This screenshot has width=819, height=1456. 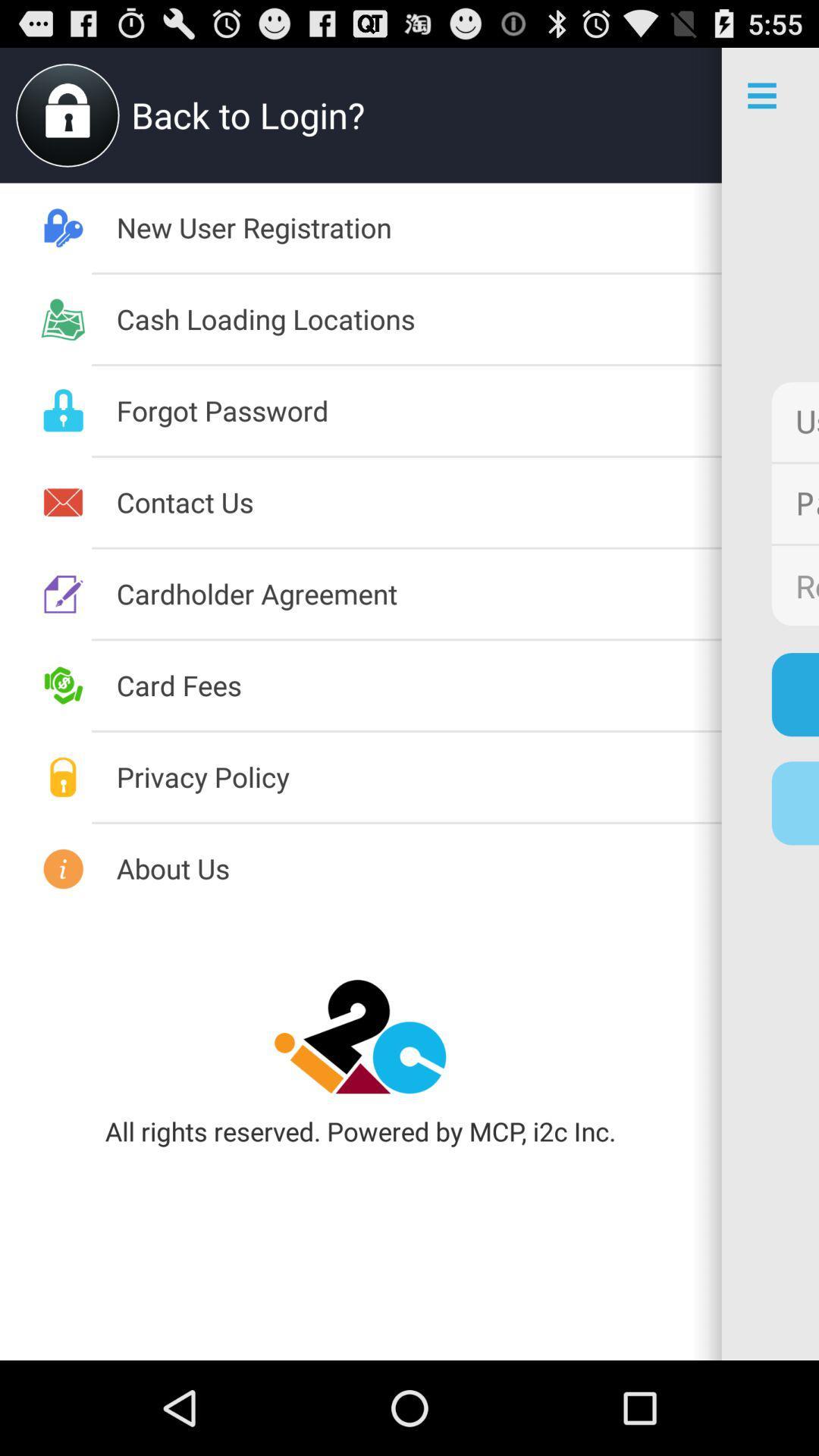 What do you see at coordinates (770, 94) in the screenshot?
I see `more option icon` at bounding box center [770, 94].